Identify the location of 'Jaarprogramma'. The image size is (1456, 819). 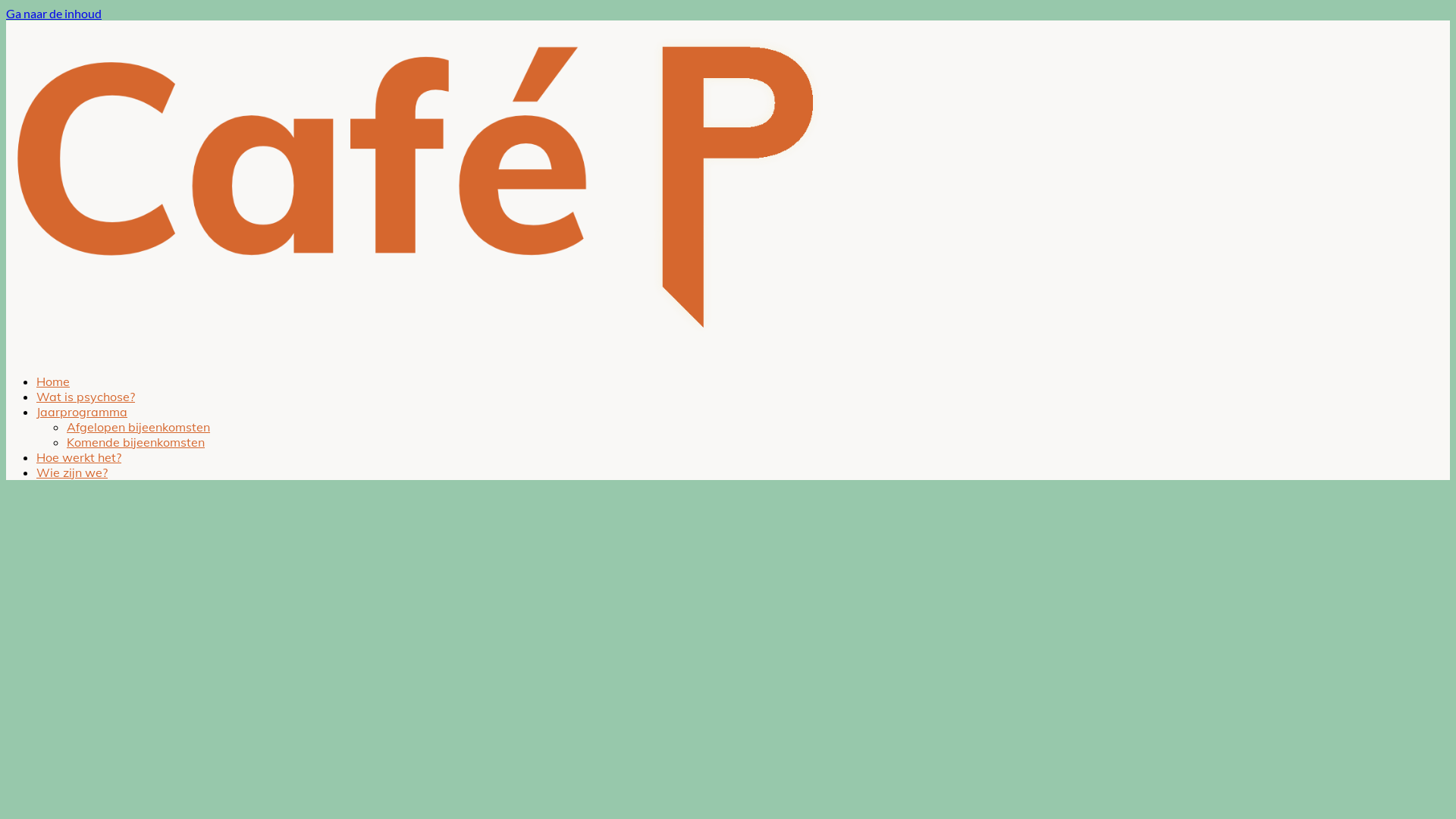
(36, 412).